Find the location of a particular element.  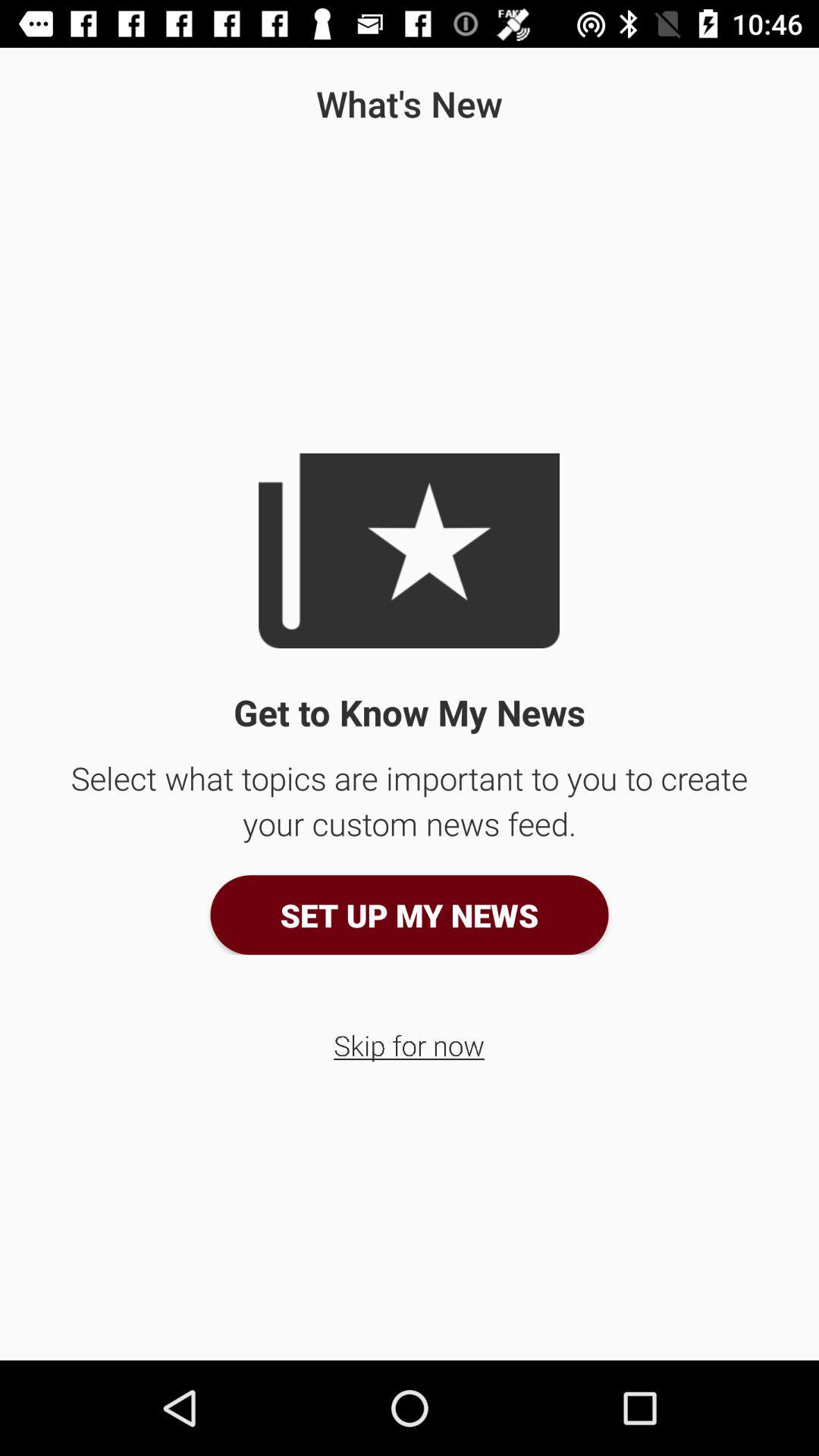

the item above the skip for now app is located at coordinates (409, 914).